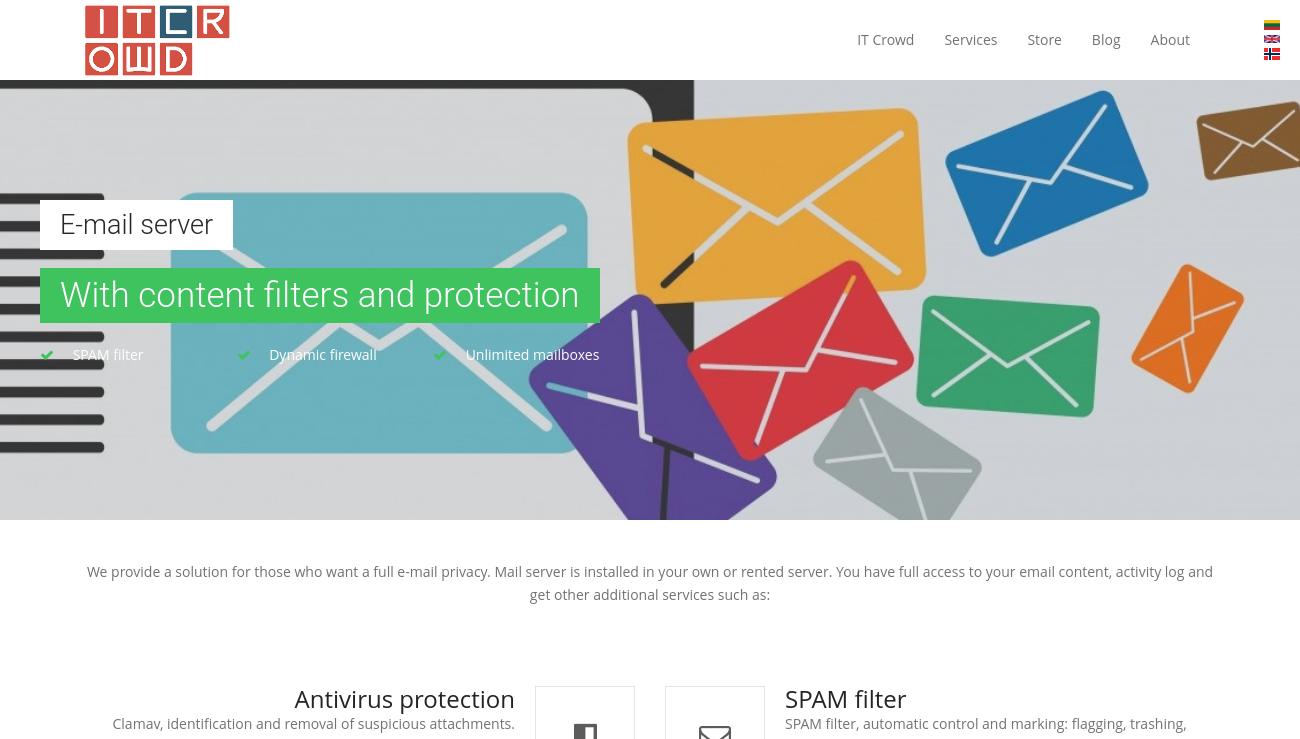  Describe the element at coordinates (404, 697) in the screenshot. I see `'Antivirus protection'` at that location.